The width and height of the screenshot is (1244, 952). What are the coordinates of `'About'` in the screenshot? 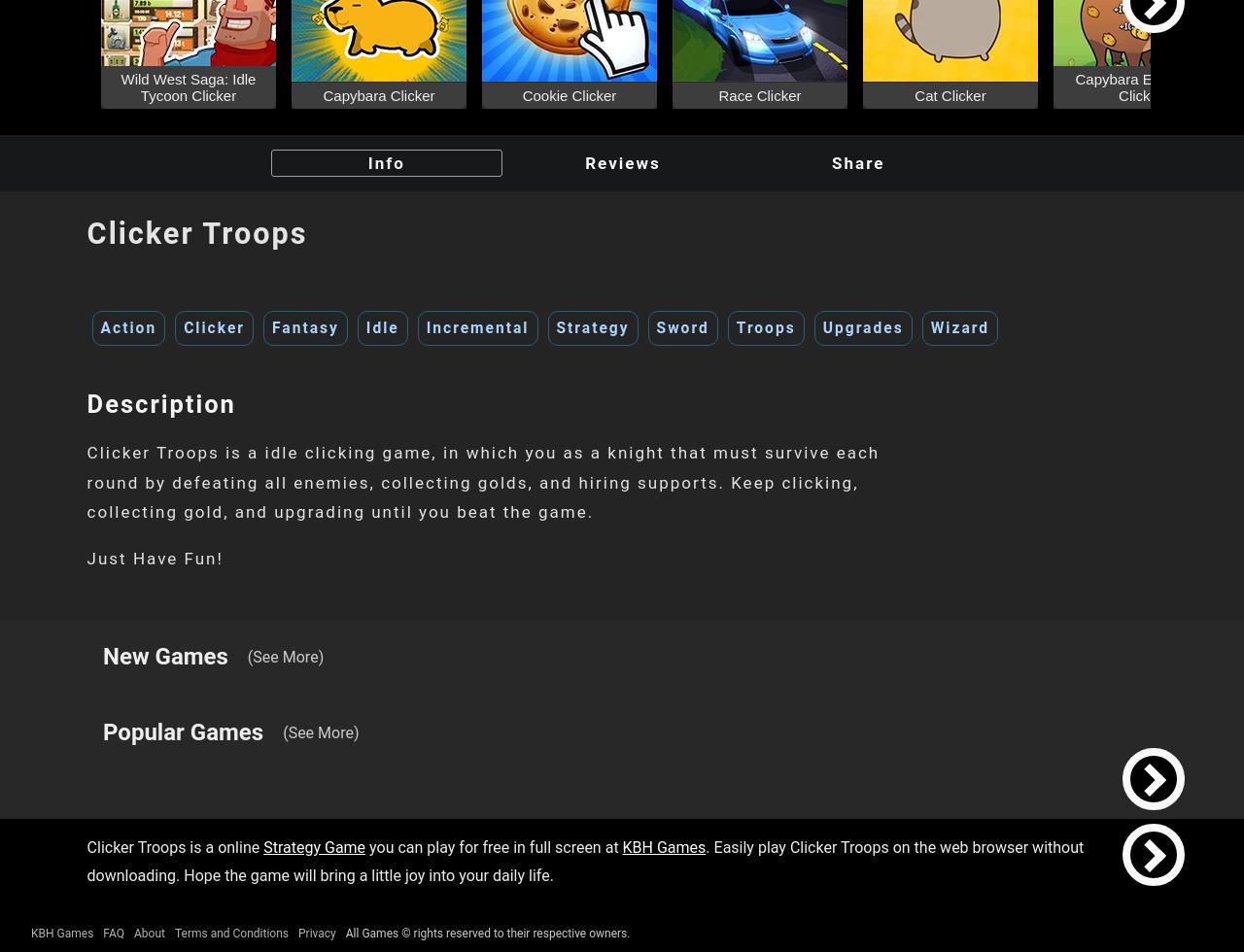 It's located at (147, 933).